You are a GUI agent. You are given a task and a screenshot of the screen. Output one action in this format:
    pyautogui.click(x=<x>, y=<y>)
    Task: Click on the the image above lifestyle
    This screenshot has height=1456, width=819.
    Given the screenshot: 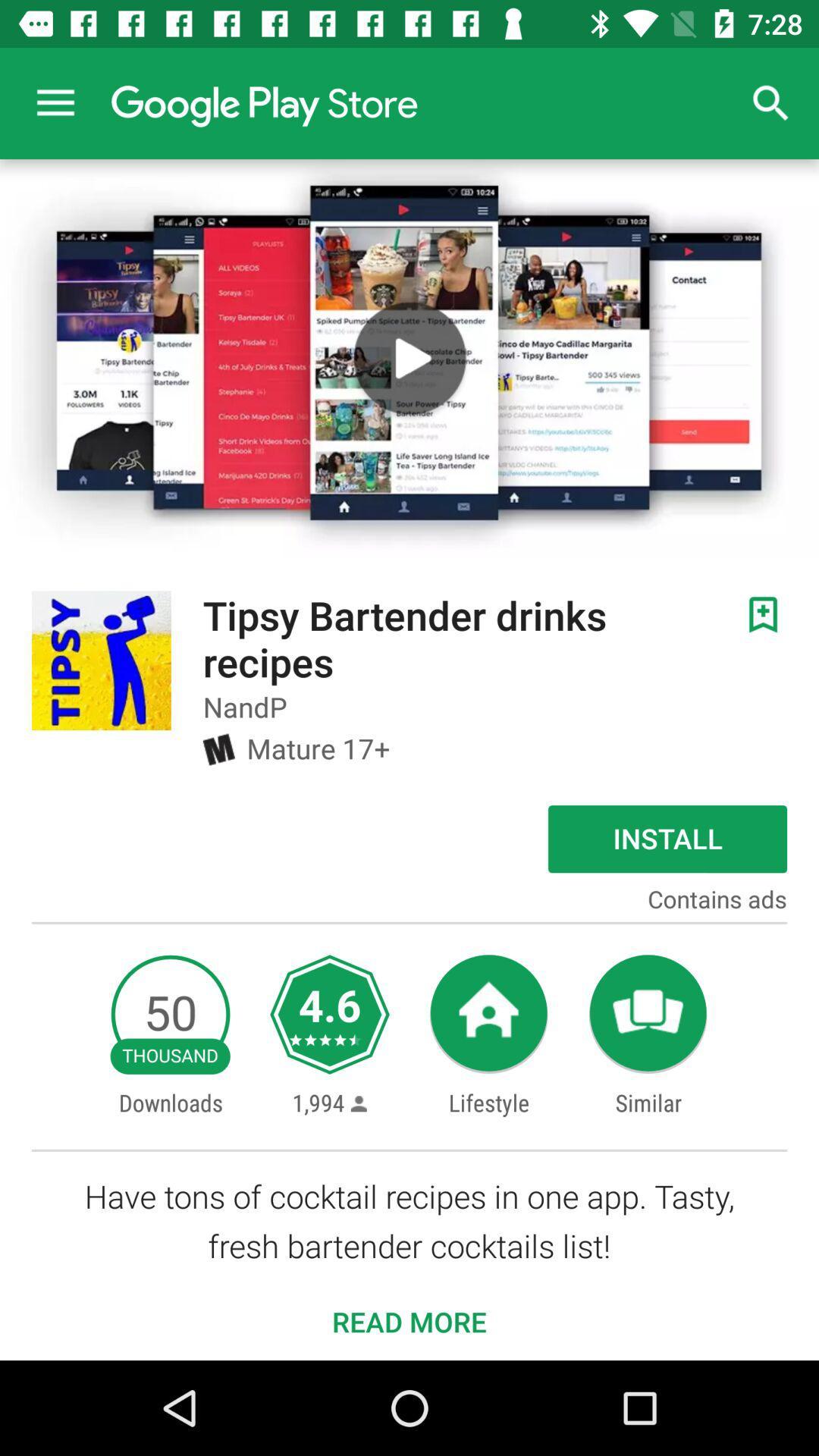 What is the action you would take?
    pyautogui.click(x=488, y=1015)
    